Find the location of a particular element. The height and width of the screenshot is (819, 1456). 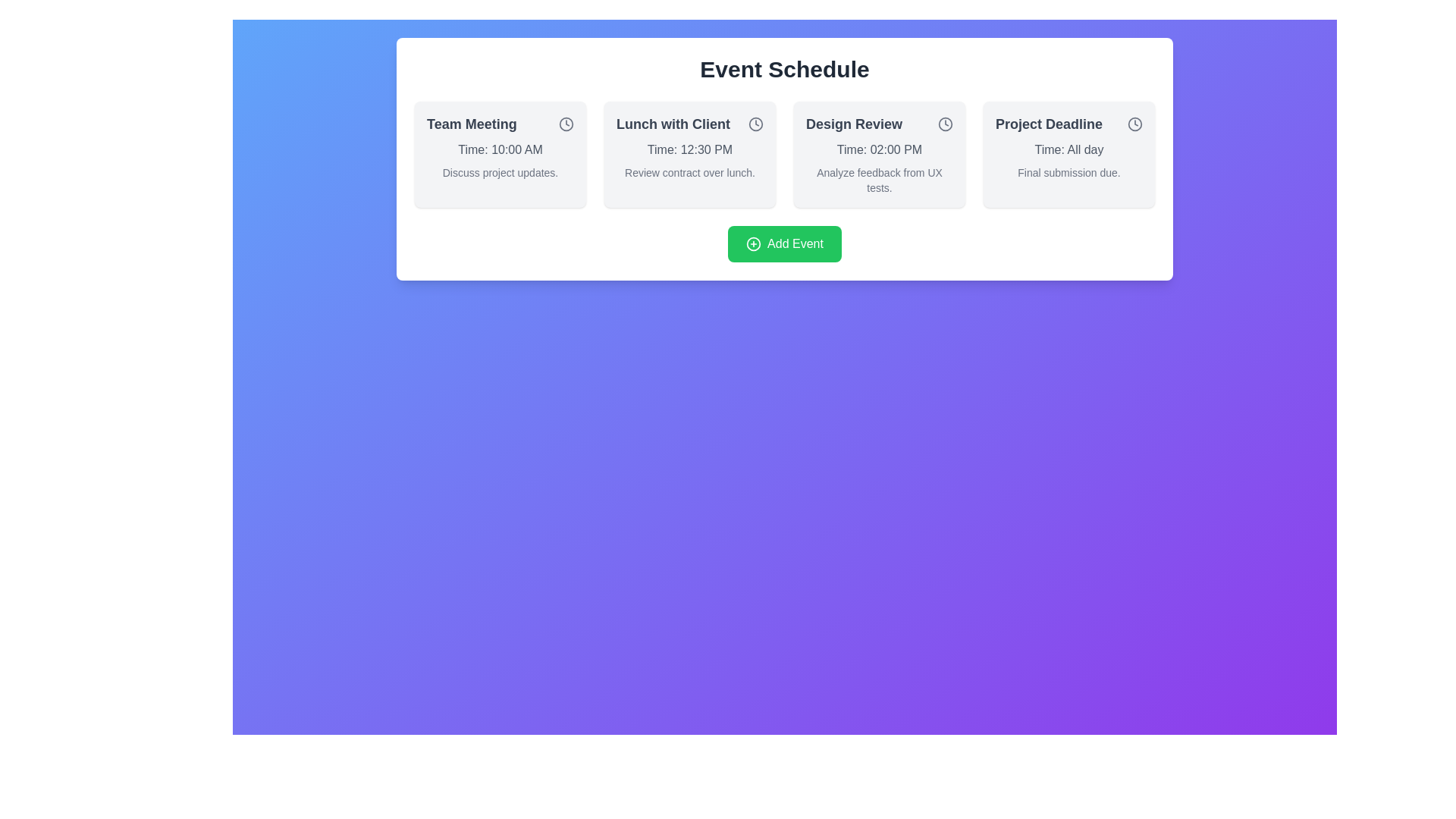

the Text Label displaying the event title located centrally in the interface under the 'Event Schedule' heading, specifically within the second card of a grid of four cards is located at coordinates (689, 124).